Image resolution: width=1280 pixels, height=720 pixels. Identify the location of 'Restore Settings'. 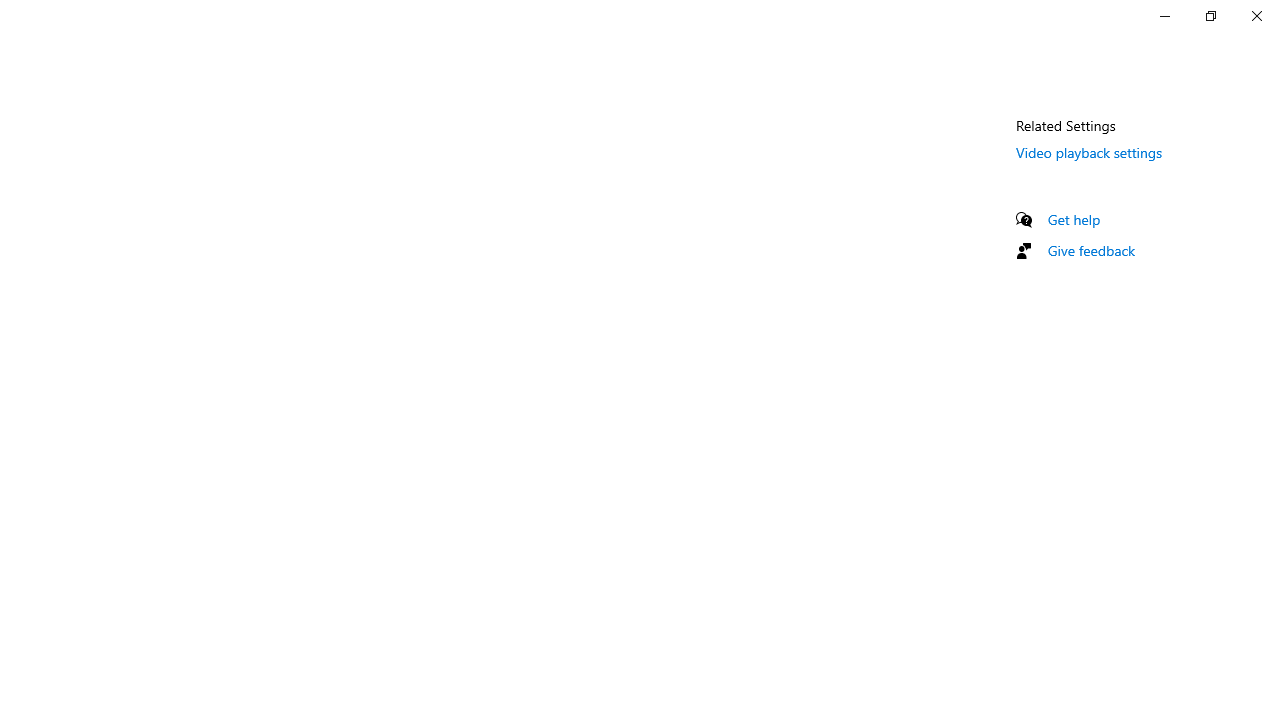
(1209, 15).